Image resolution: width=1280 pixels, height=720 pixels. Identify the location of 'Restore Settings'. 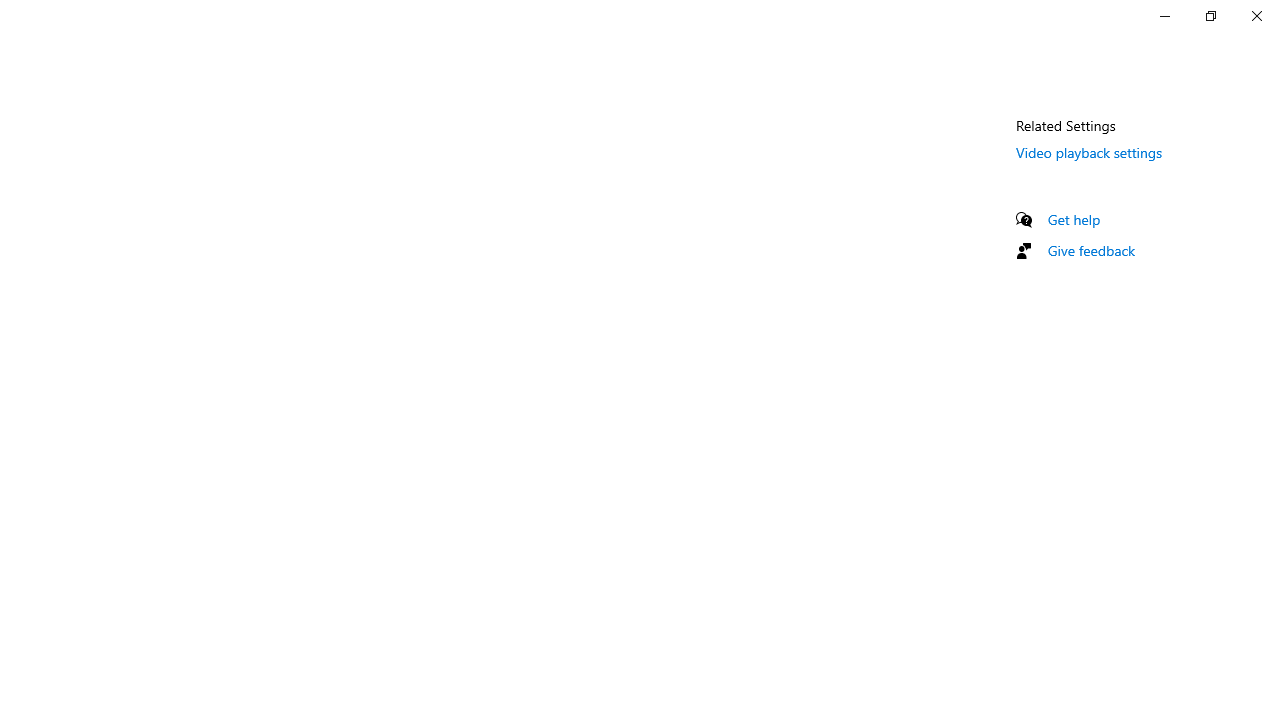
(1209, 15).